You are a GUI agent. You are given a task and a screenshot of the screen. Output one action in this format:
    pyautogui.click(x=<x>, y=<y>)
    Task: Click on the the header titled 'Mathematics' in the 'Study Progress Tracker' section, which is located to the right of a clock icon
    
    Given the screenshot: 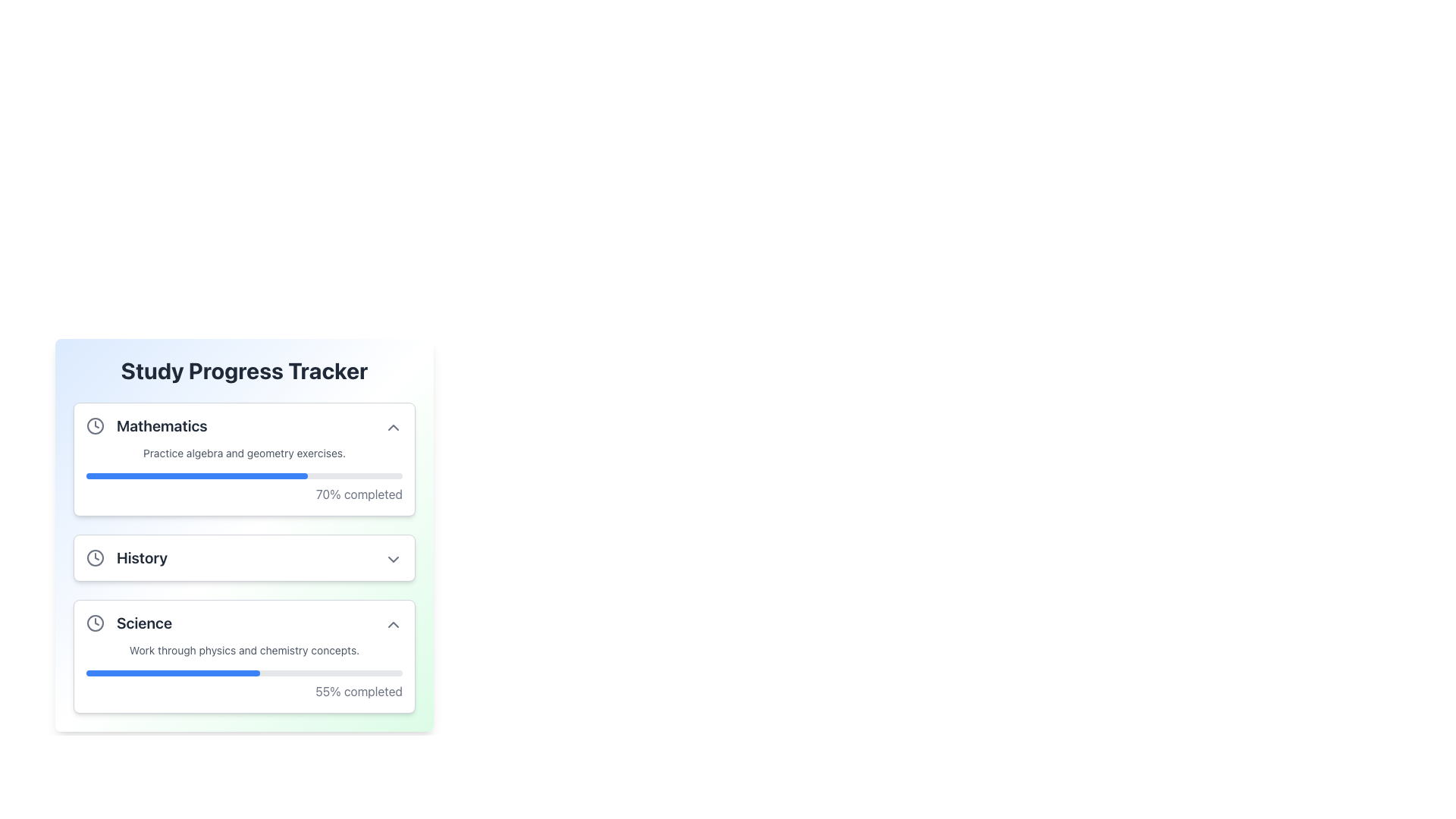 What is the action you would take?
    pyautogui.click(x=162, y=426)
    